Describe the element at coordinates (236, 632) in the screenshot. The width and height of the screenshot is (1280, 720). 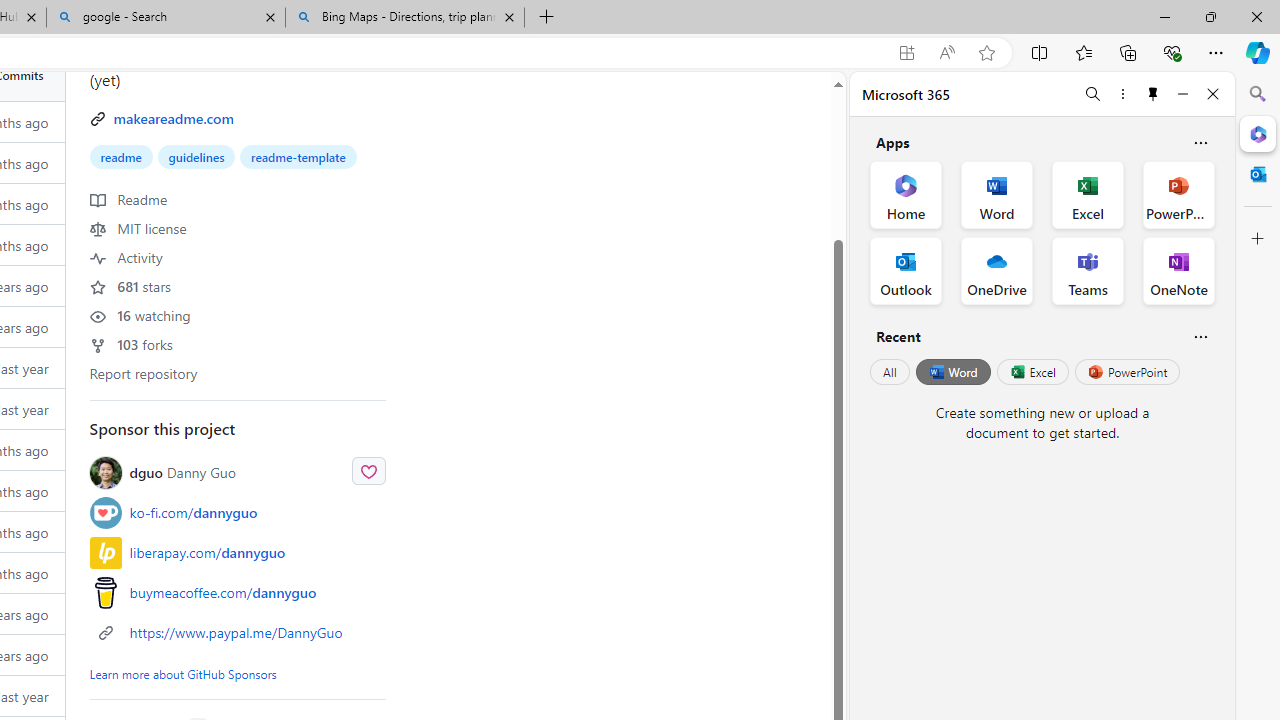
I see `'https://www.paypal.me/DannyGuo'` at that location.